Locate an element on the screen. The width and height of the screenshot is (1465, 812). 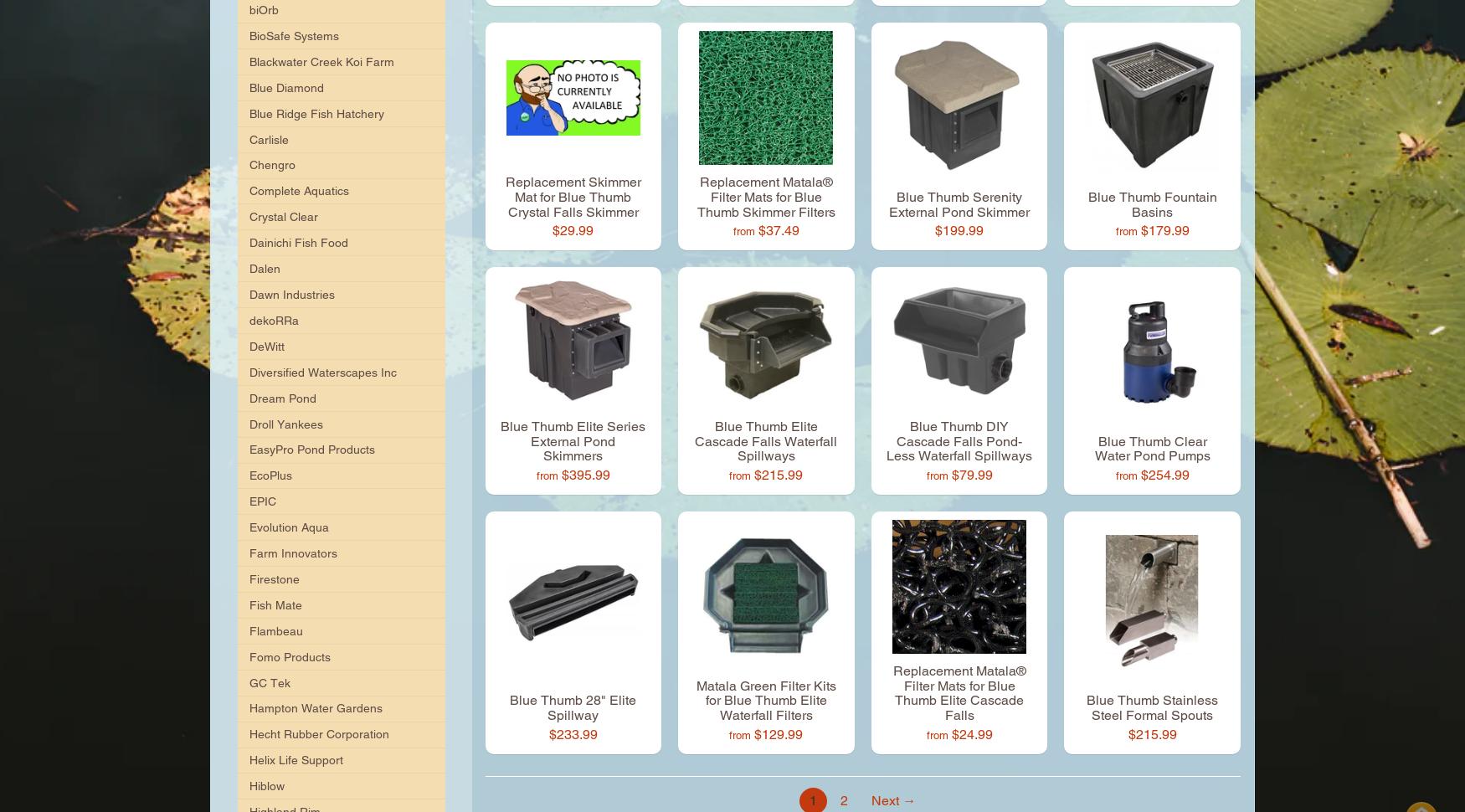
'Blue Thumb 28" Elite Spillway' is located at coordinates (510, 707).